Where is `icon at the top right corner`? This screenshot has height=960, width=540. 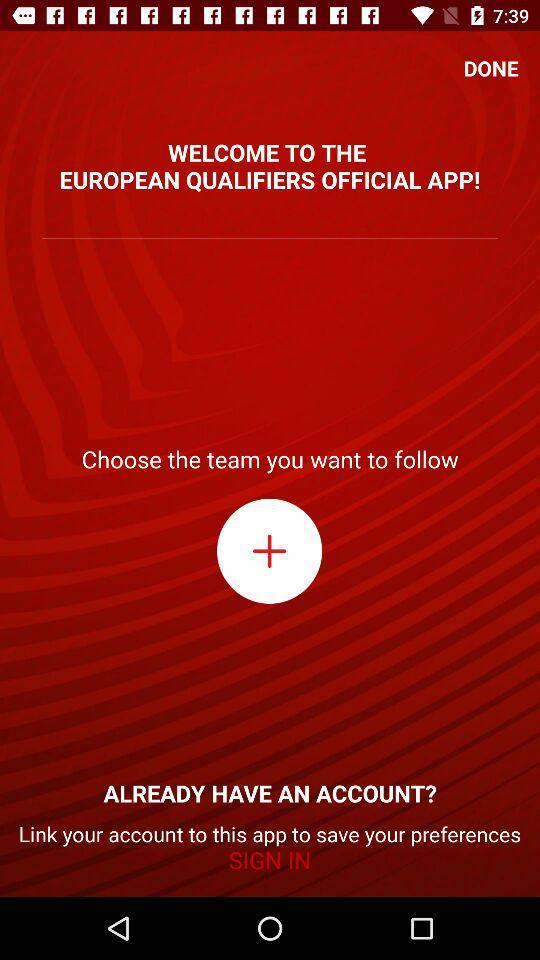 icon at the top right corner is located at coordinates (490, 68).